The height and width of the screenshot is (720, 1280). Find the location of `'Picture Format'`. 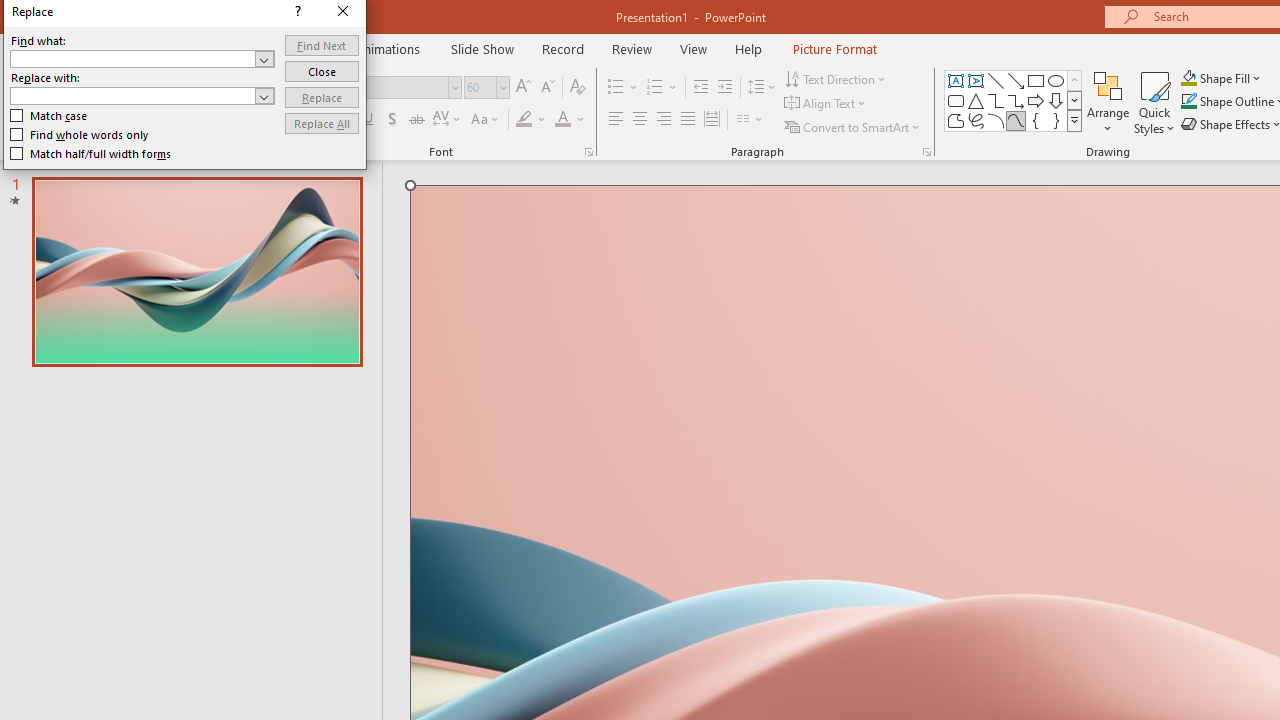

'Picture Format' is located at coordinates (835, 48).